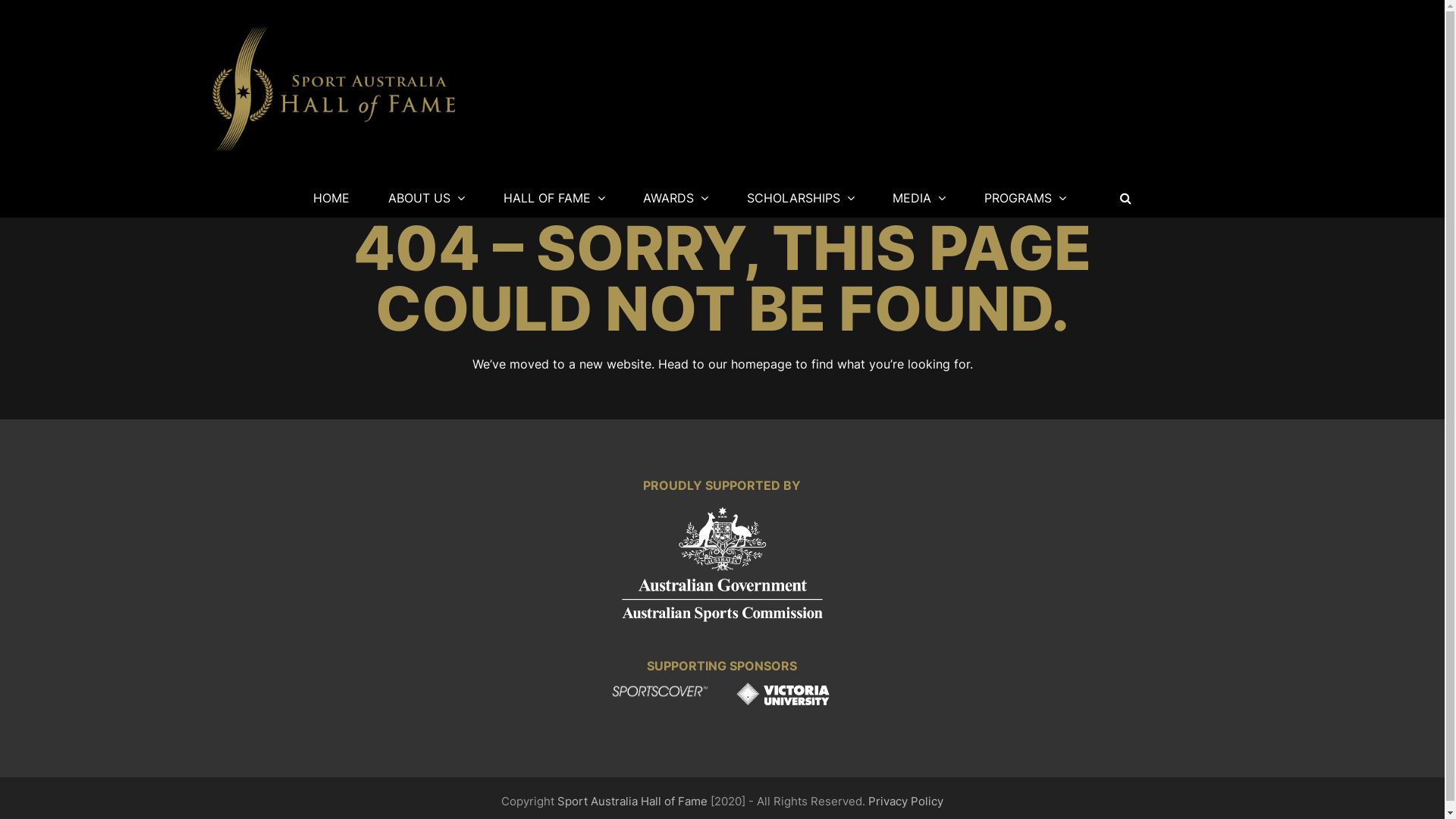  I want to click on 'Privacy Policy', so click(868, 800).